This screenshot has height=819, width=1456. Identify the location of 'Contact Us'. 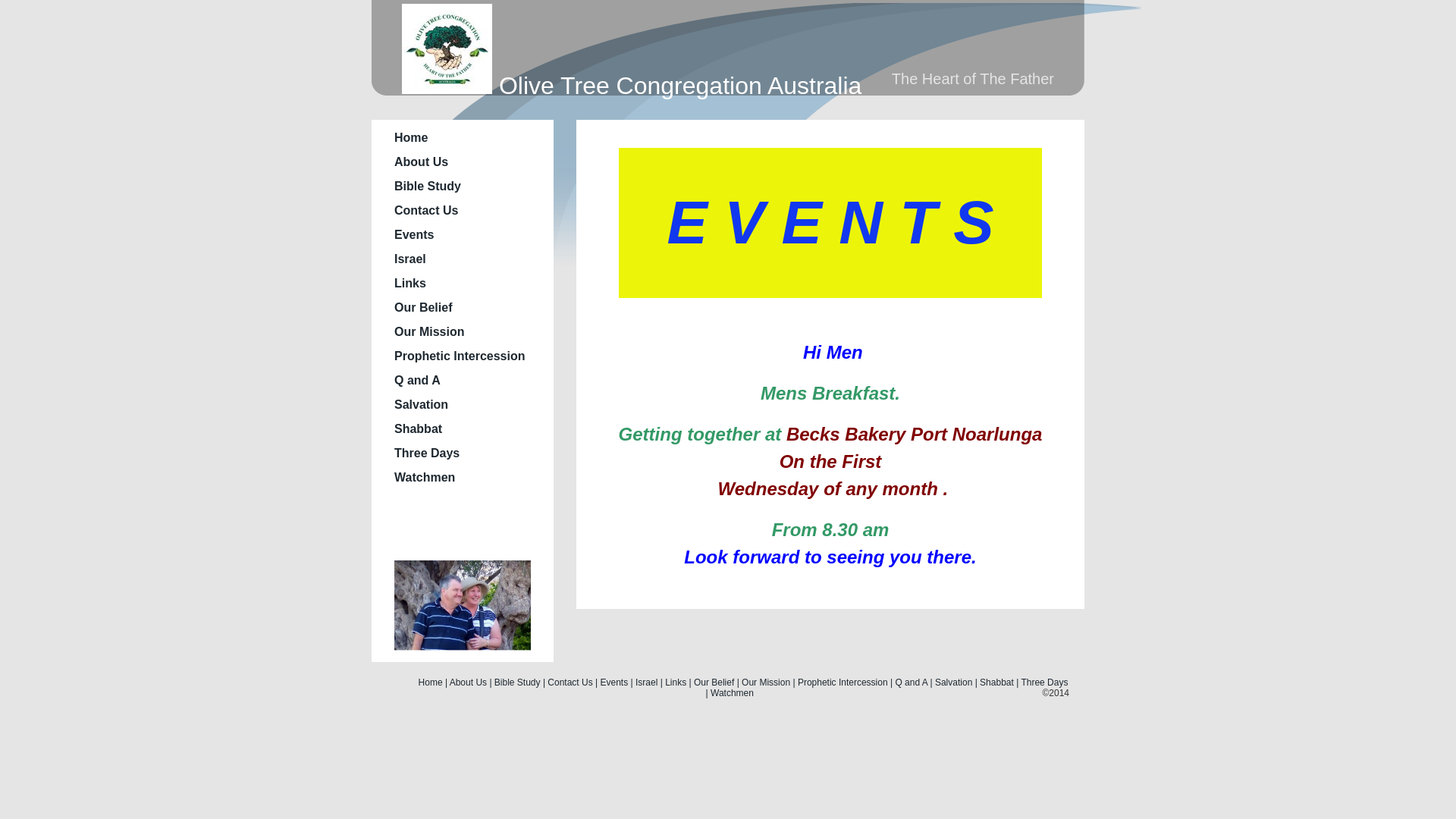
(569, 681).